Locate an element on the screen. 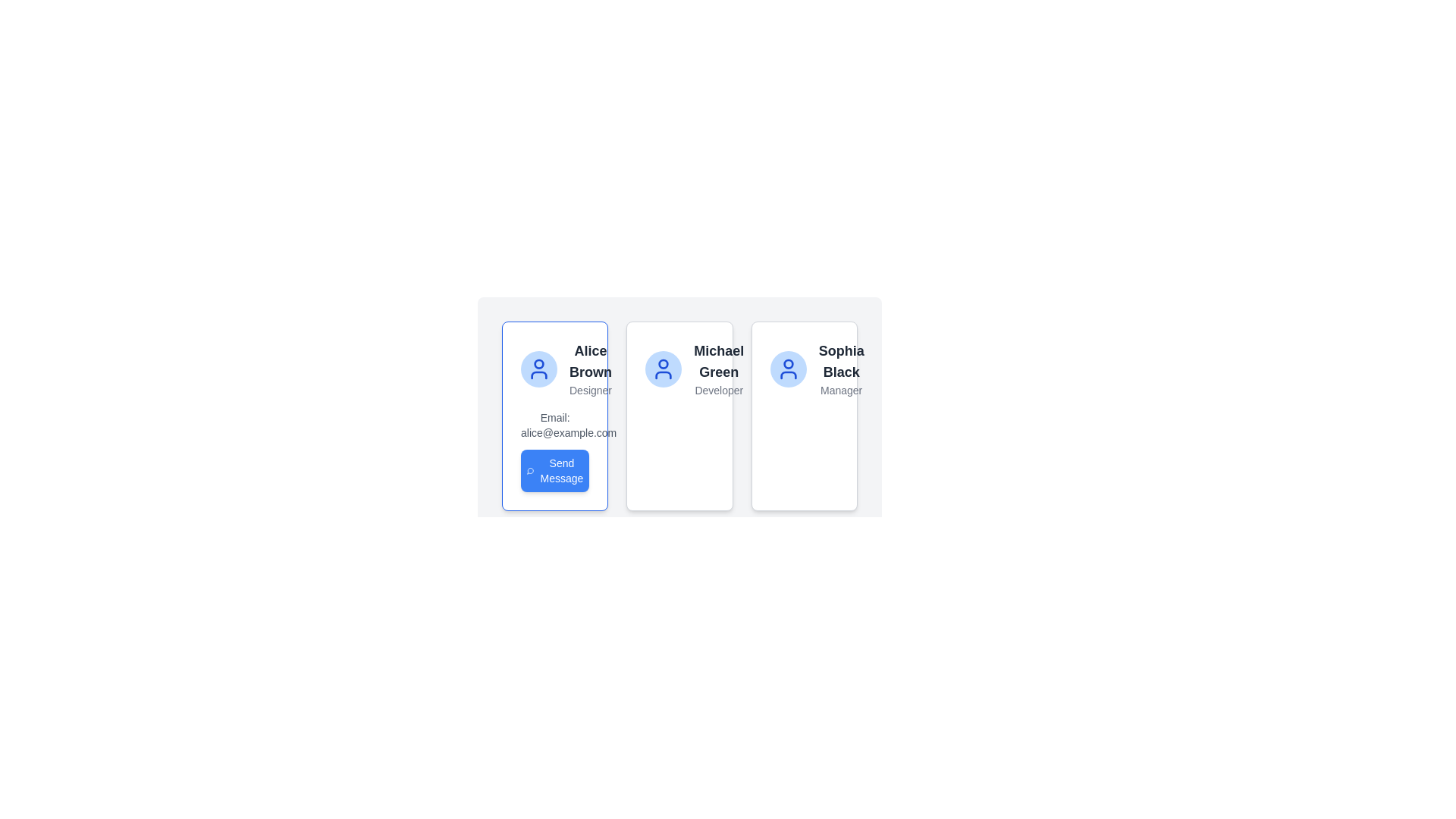 This screenshot has width=1456, height=819. the text label displaying 'Manager', which is styled with a small gray font and located beneath 'Sophia Black' in the rightmost card of a row of three cards is located at coordinates (840, 390).